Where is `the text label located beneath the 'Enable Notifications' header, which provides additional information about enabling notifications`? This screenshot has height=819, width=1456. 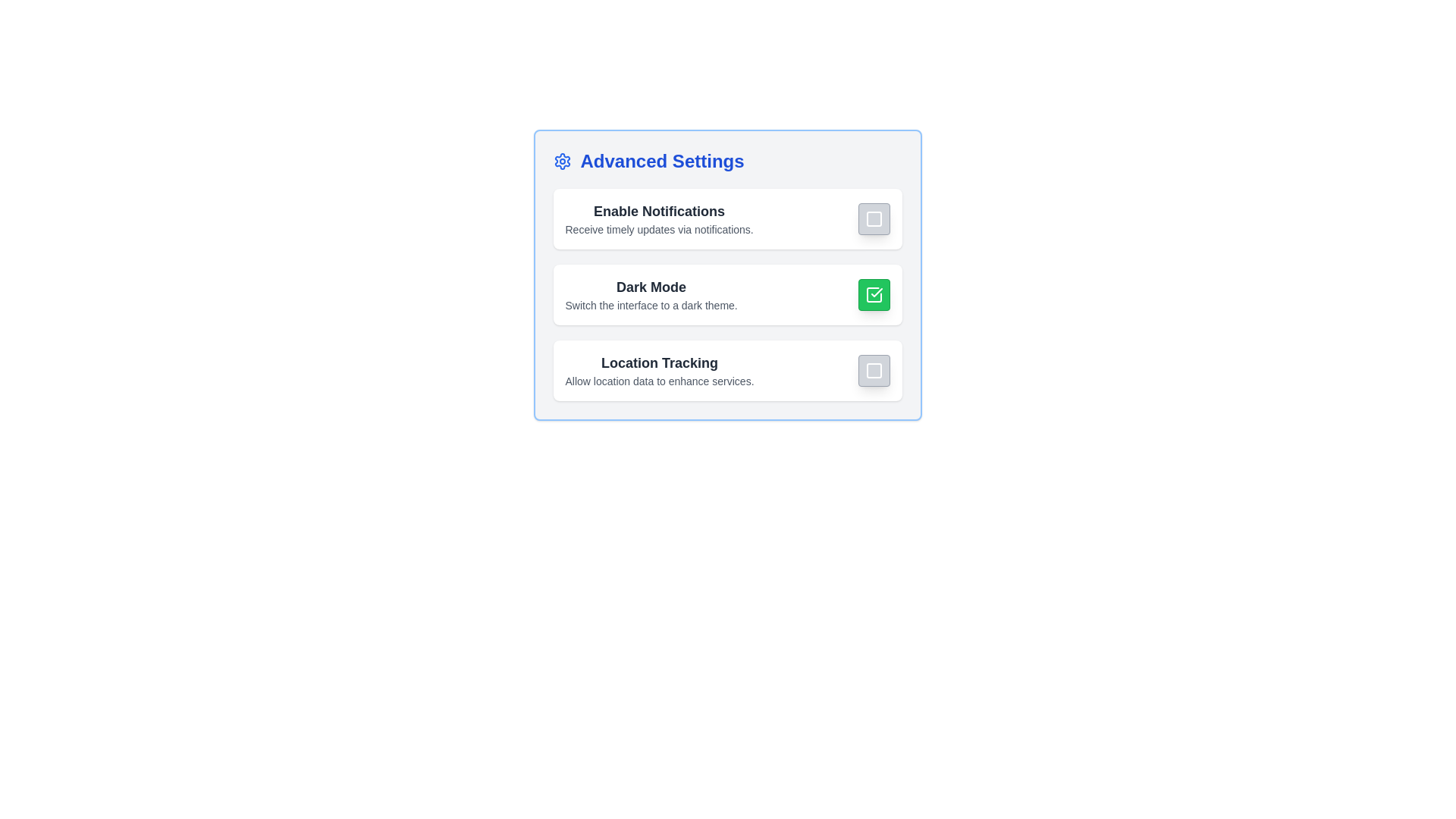
the text label located beneath the 'Enable Notifications' header, which provides additional information about enabling notifications is located at coordinates (659, 230).